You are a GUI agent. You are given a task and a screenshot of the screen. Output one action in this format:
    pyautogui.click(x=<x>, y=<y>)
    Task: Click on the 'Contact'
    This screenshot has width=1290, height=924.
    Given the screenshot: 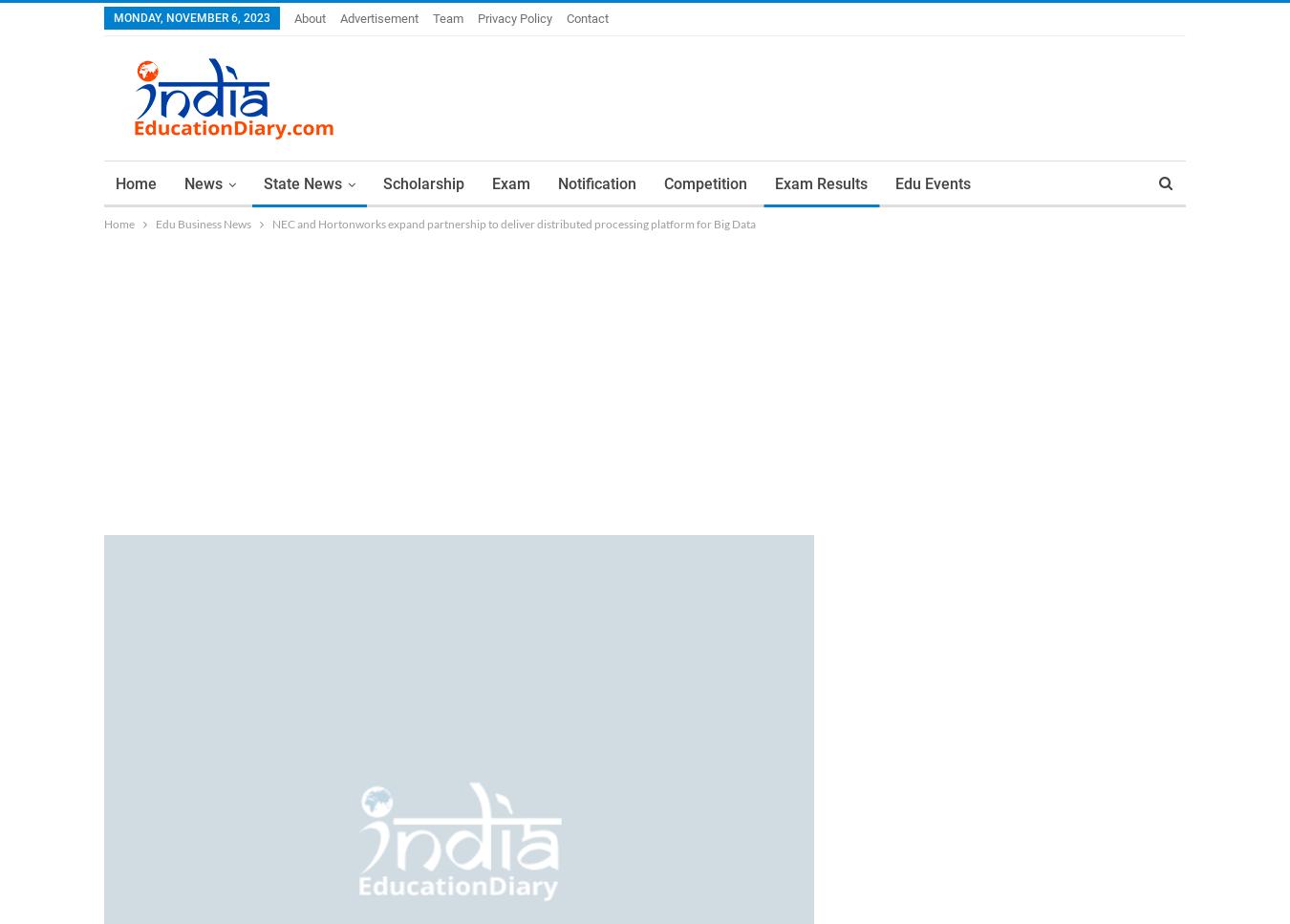 What is the action you would take?
    pyautogui.click(x=588, y=18)
    